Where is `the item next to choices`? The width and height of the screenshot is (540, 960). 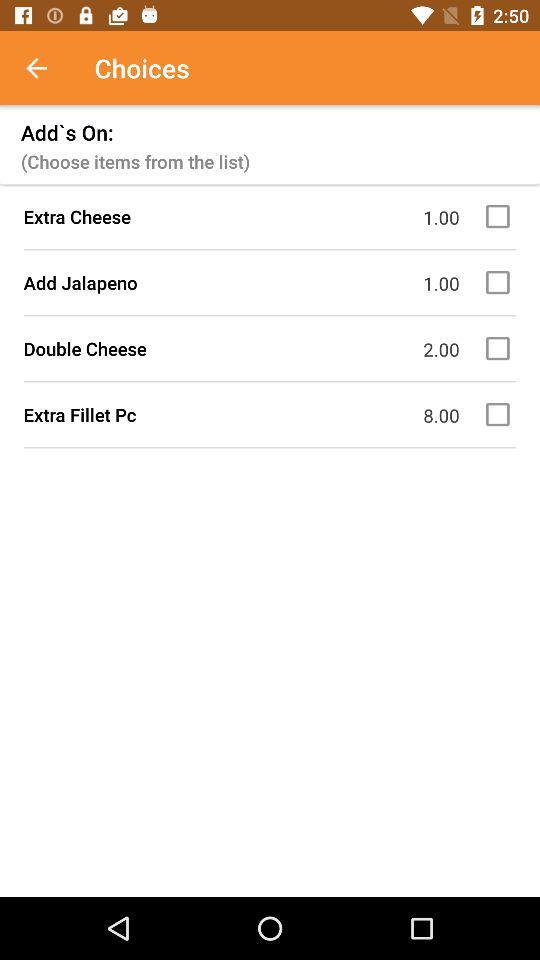 the item next to choices is located at coordinates (47, 68).